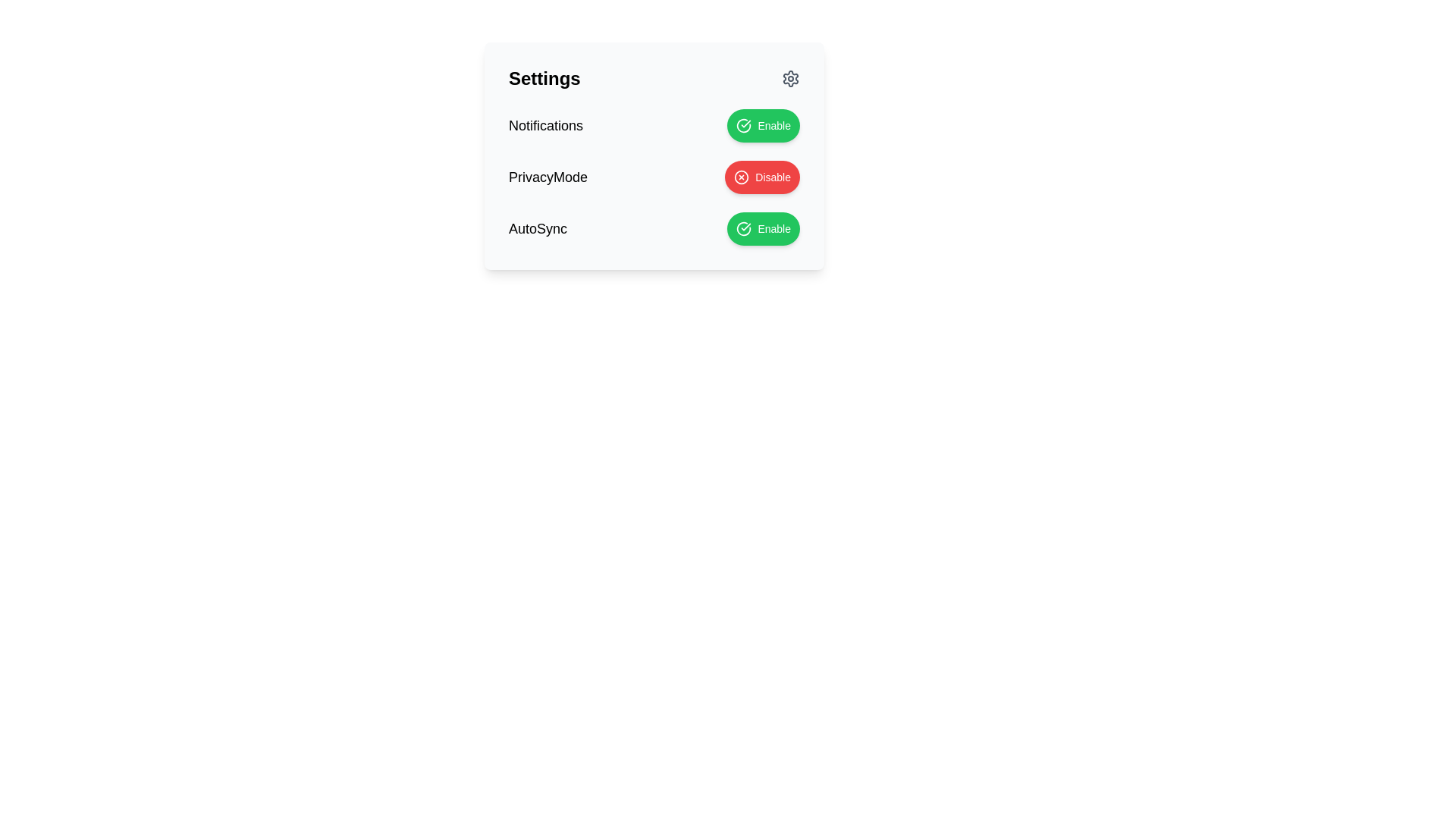 Image resolution: width=1456 pixels, height=819 pixels. I want to click on the Text Label that describes a setting option in the settings interface, which is positioned on the left-hand side of the adjacent 'Disable' button, so click(548, 177).